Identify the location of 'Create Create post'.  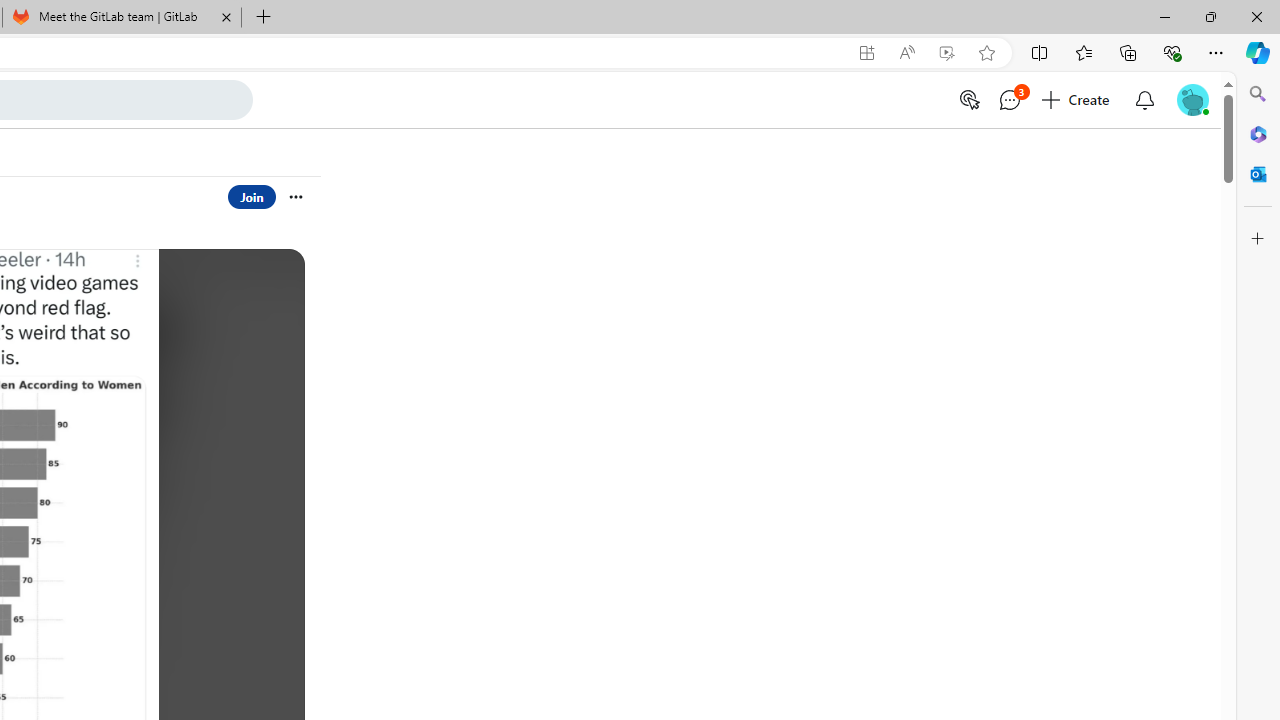
(1076, 100).